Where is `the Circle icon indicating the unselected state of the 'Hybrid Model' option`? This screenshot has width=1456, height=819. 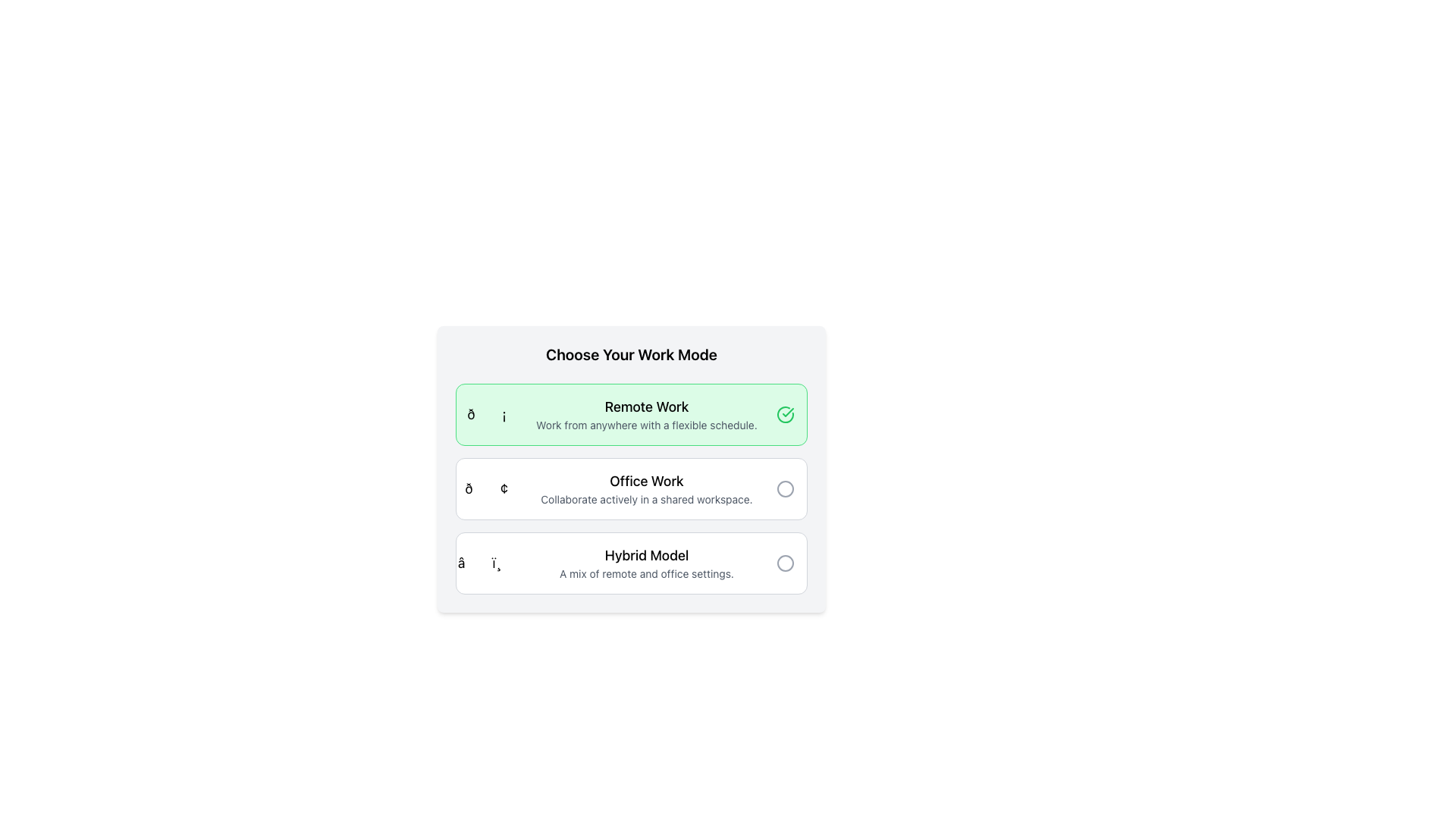
the Circle icon indicating the unselected state of the 'Hybrid Model' option is located at coordinates (786, 563).